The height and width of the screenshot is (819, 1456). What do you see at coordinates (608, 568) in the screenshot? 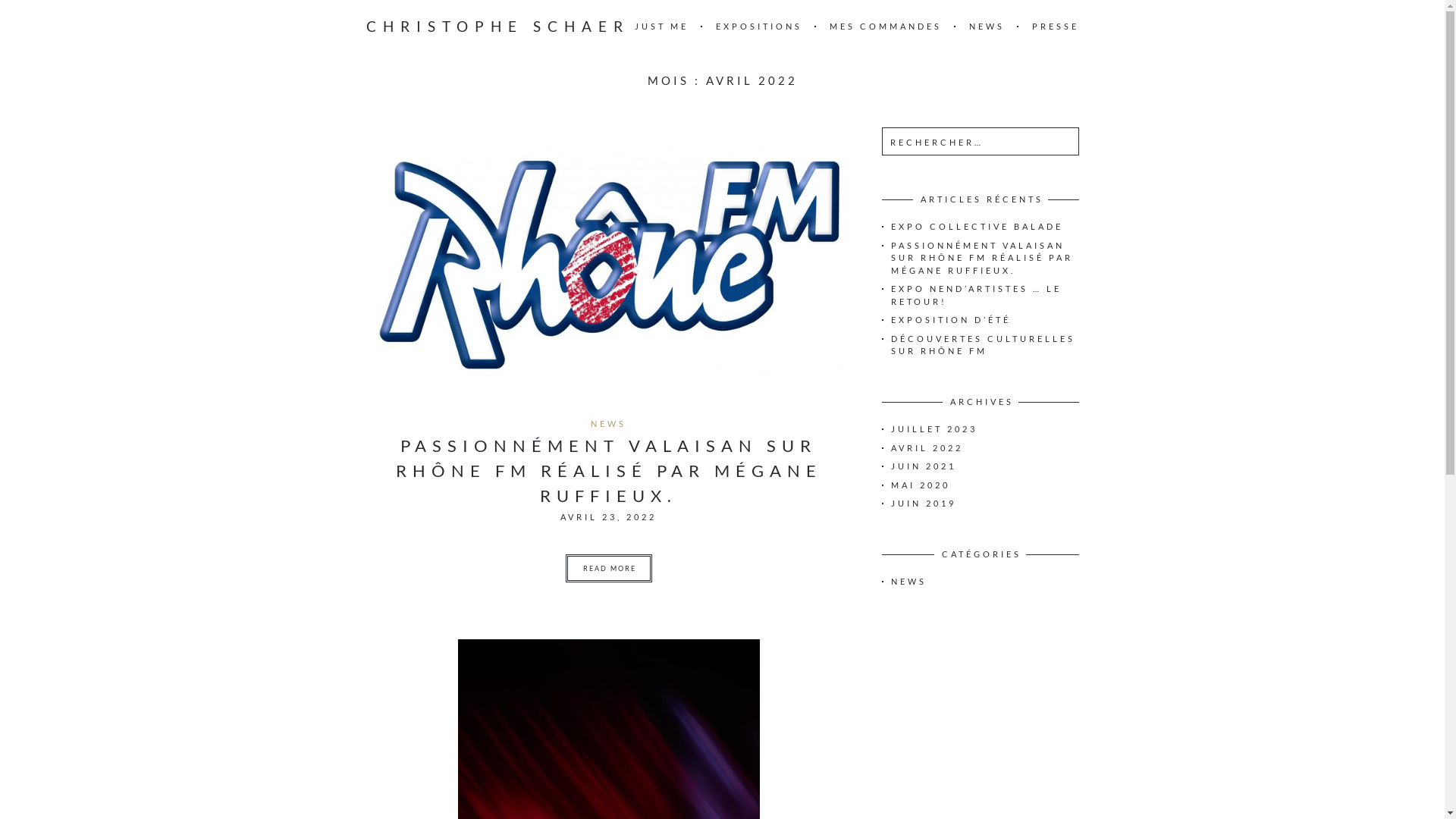
I see `'READ MORE'` at bounding box center [608, 568].